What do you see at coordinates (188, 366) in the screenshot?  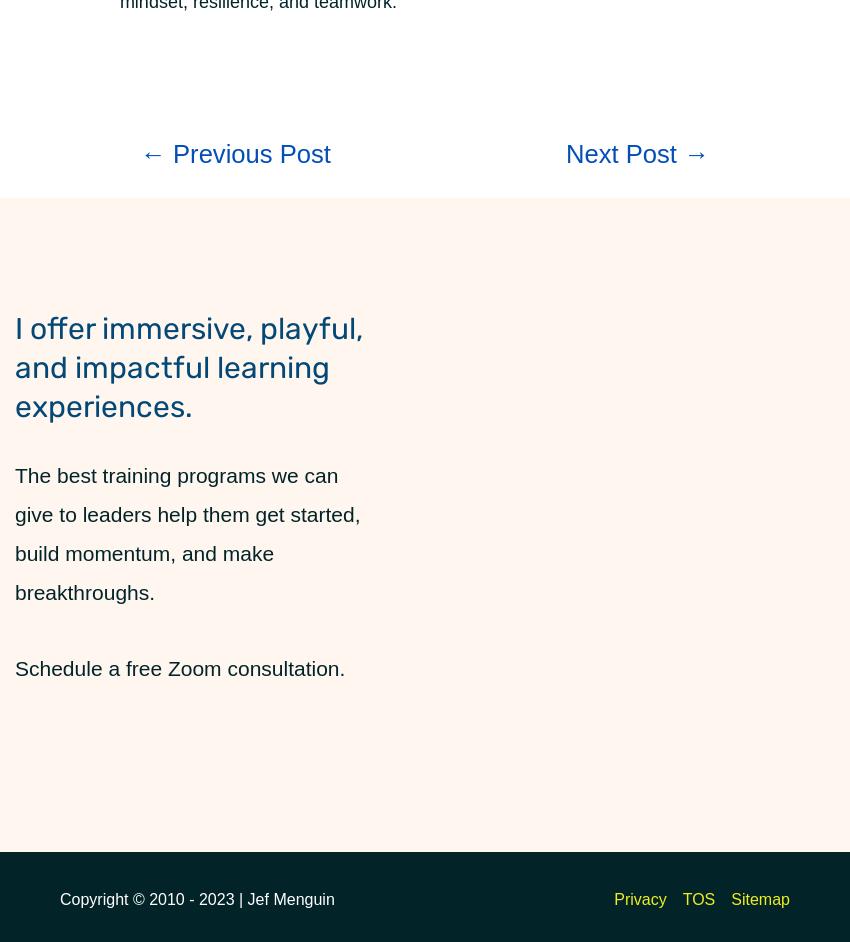 I see `'I offer immersive, playful, and impactful learning experiences.'` at bounding box center [188, 366].